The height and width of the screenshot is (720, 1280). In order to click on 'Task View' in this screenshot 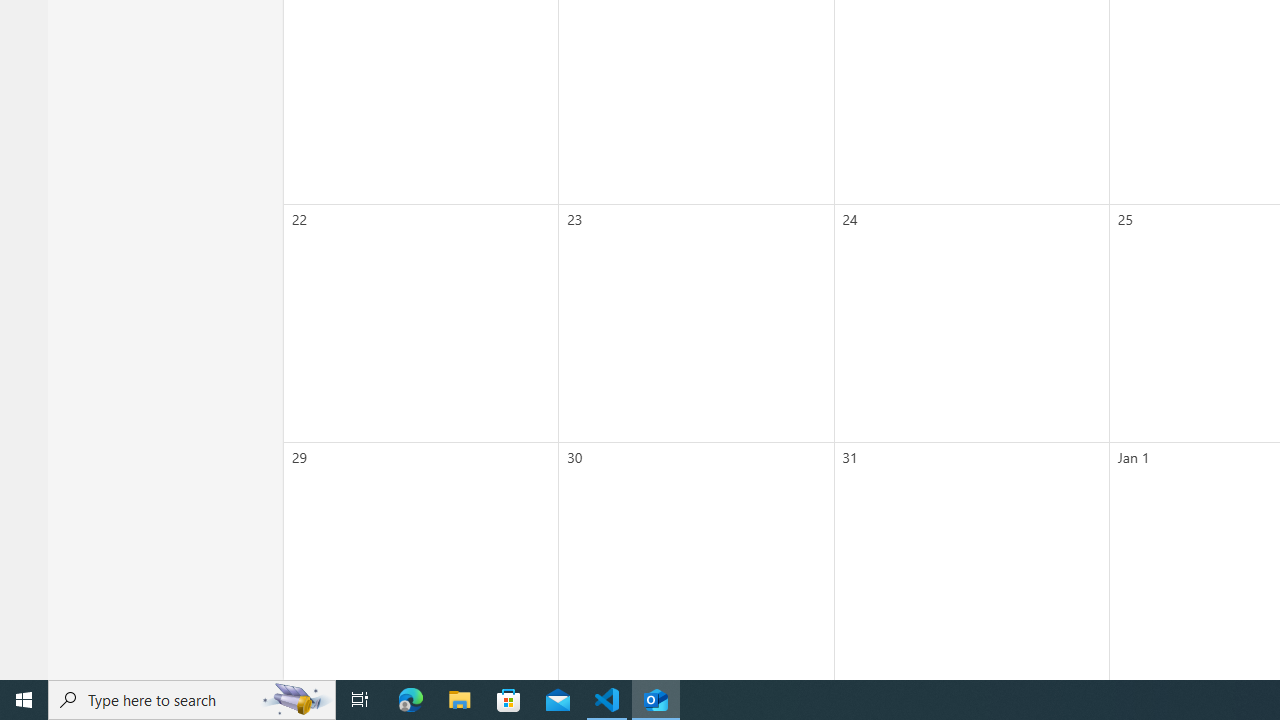, I will do `click(359, 698)`.